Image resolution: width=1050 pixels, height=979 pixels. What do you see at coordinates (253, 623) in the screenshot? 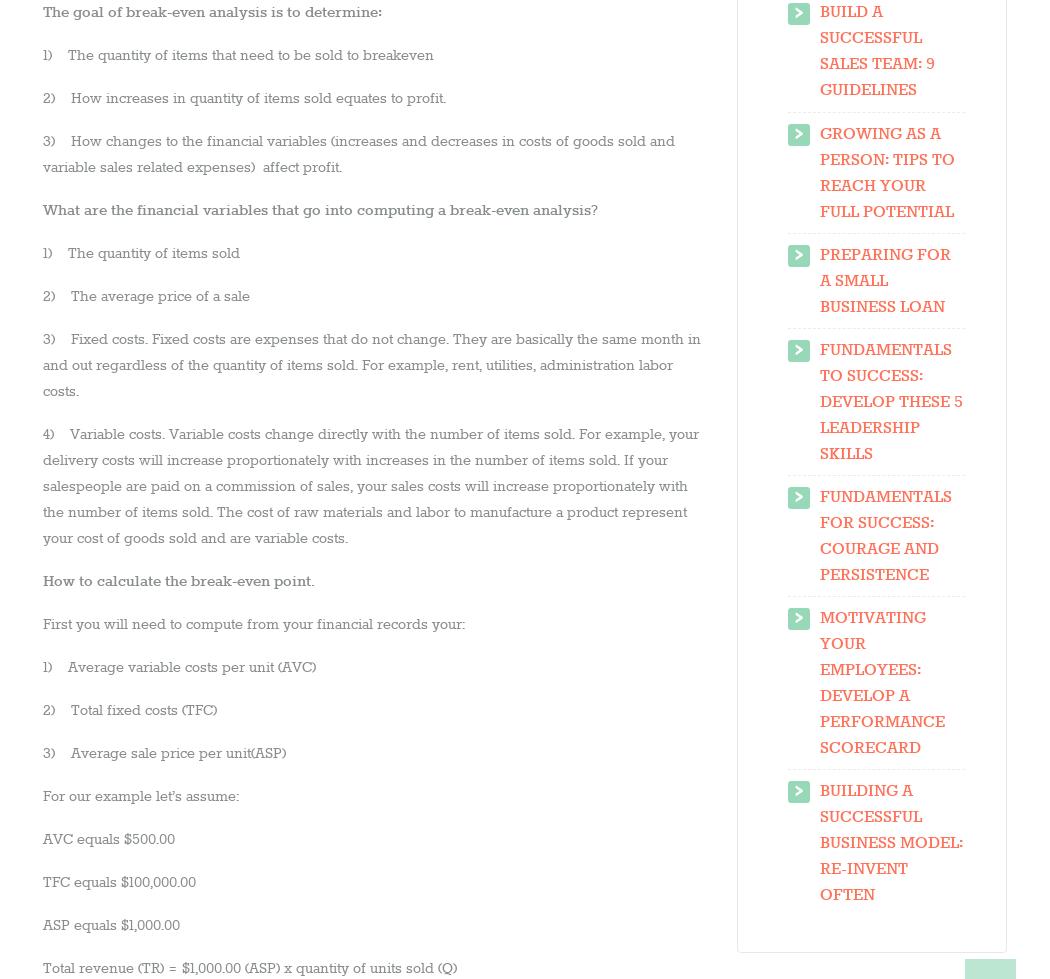
I see `'First you will need to compute from your financial records your:'` at bounding box center [253, 623].